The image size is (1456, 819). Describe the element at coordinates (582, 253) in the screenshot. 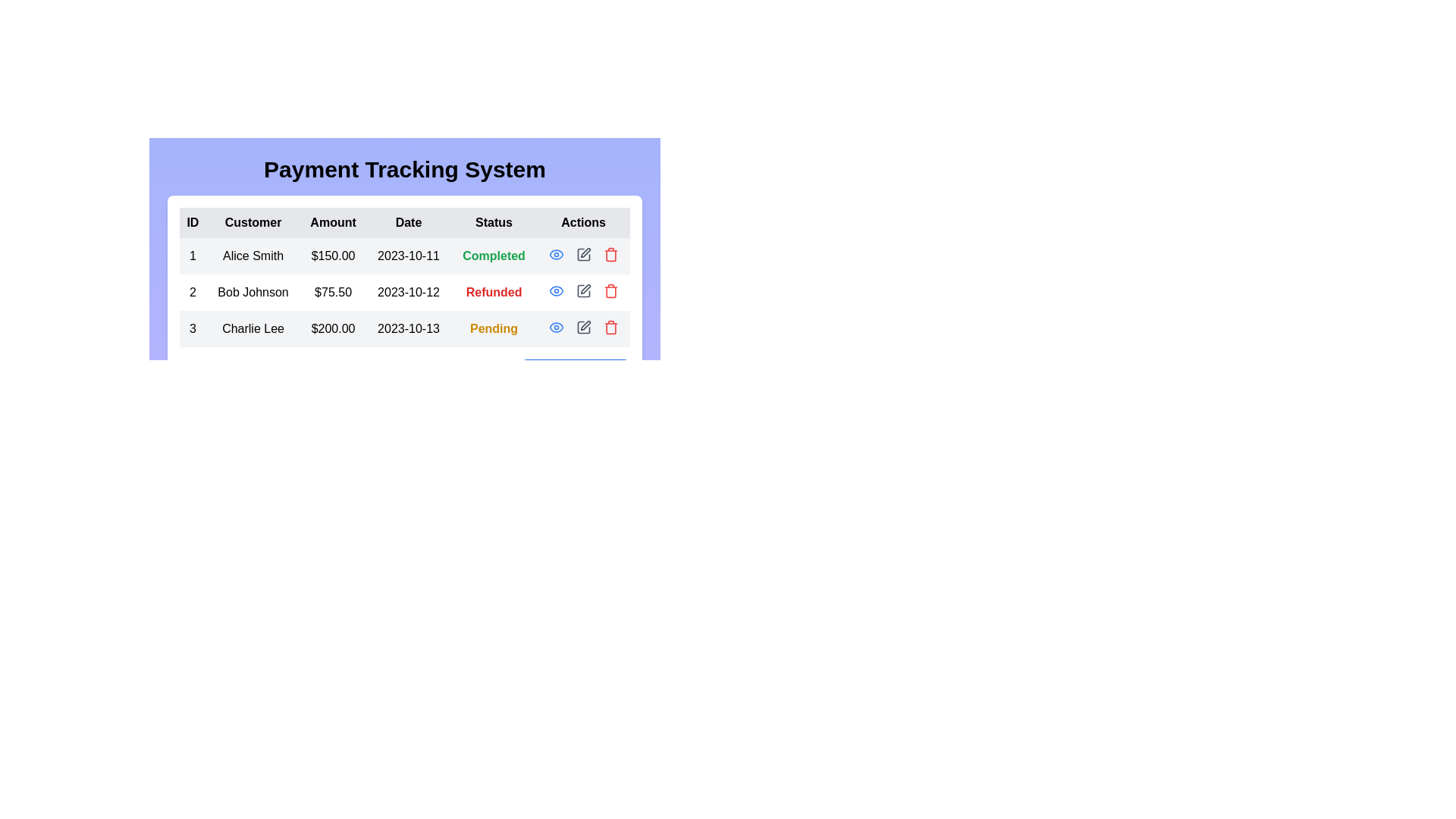

I see `the edit button in the 'Actions' column of the second row for 'Bob Johnson'` at that location.